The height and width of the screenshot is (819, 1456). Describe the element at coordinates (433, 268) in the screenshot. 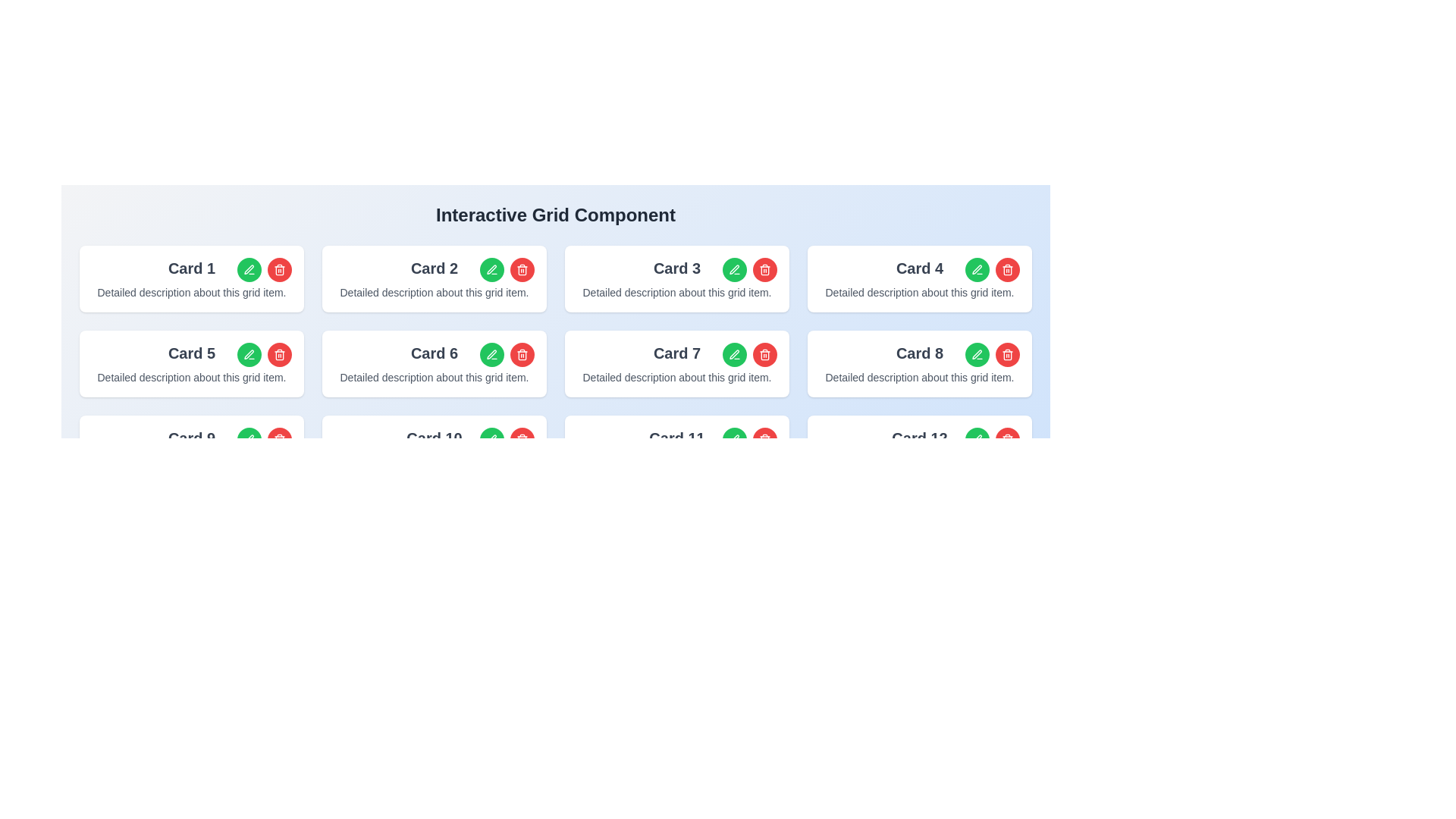

I see `the text element 'Card 2' which is styled with a larger bold font in dark gray color, located in the upper section of the second card in the grid layout` at that location.